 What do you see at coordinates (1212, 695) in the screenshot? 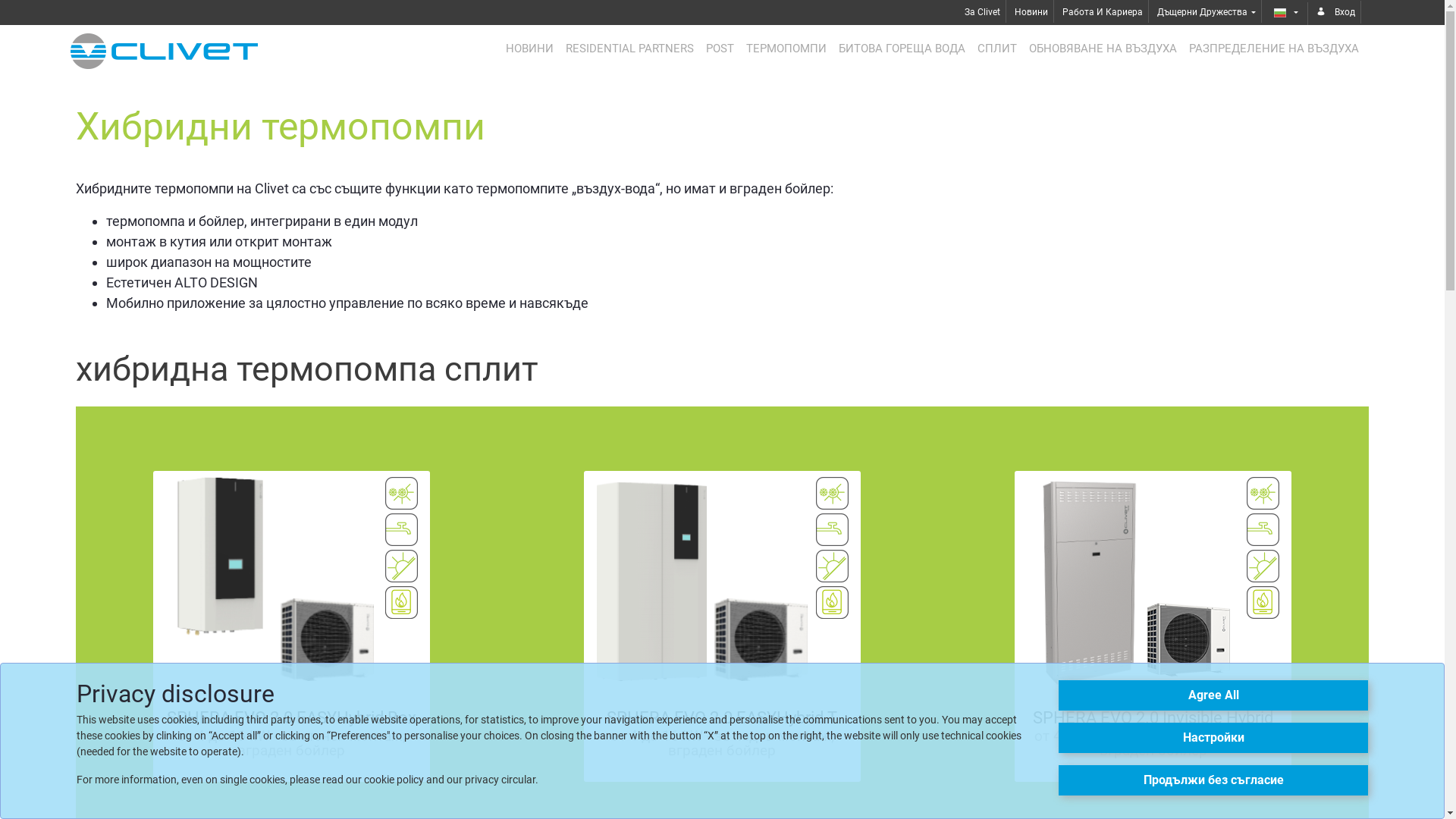
I see `'Agree All'` at bounding box center [1212, 695].